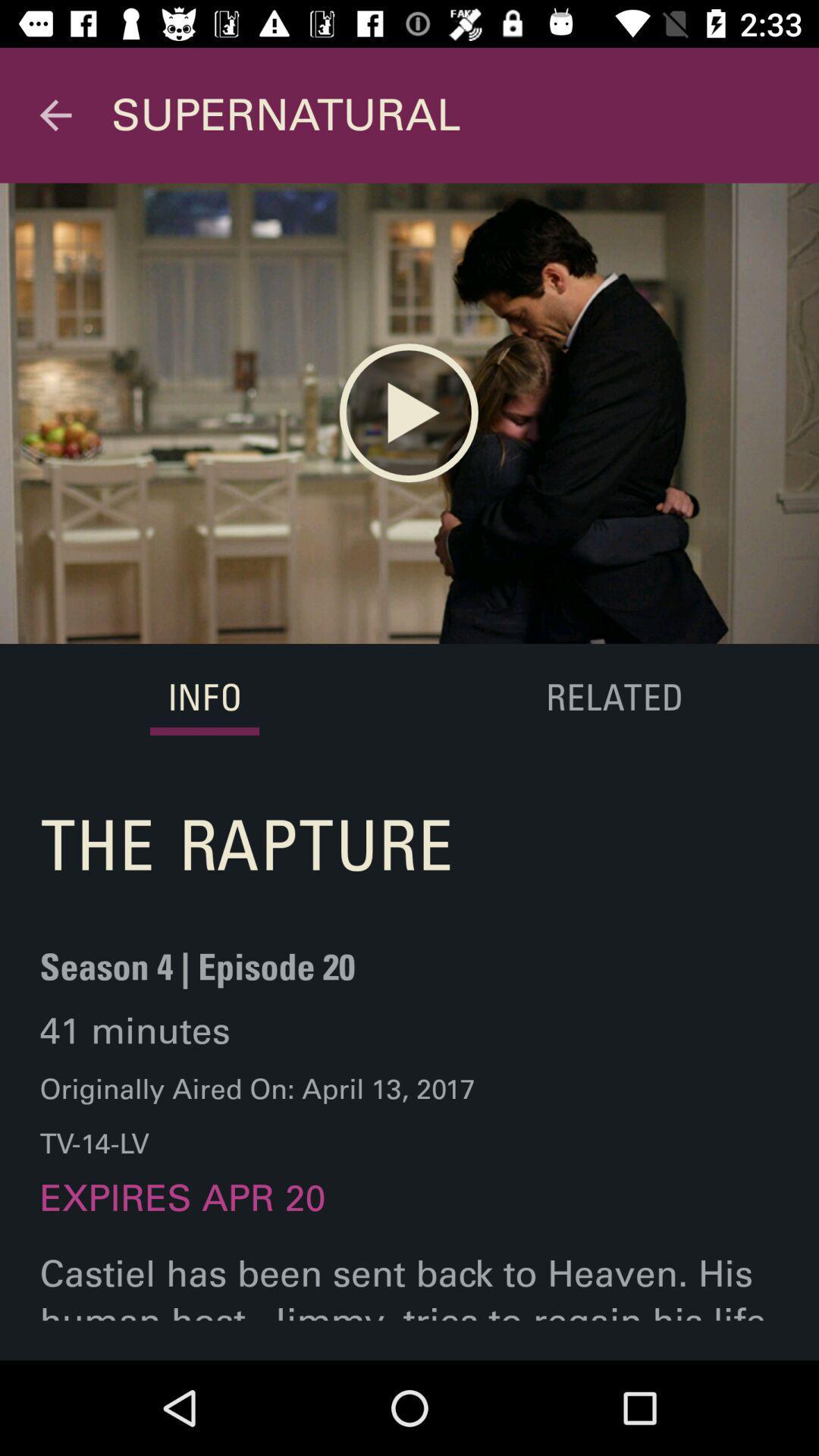  I want to click on related on the right, so click(613, 698).